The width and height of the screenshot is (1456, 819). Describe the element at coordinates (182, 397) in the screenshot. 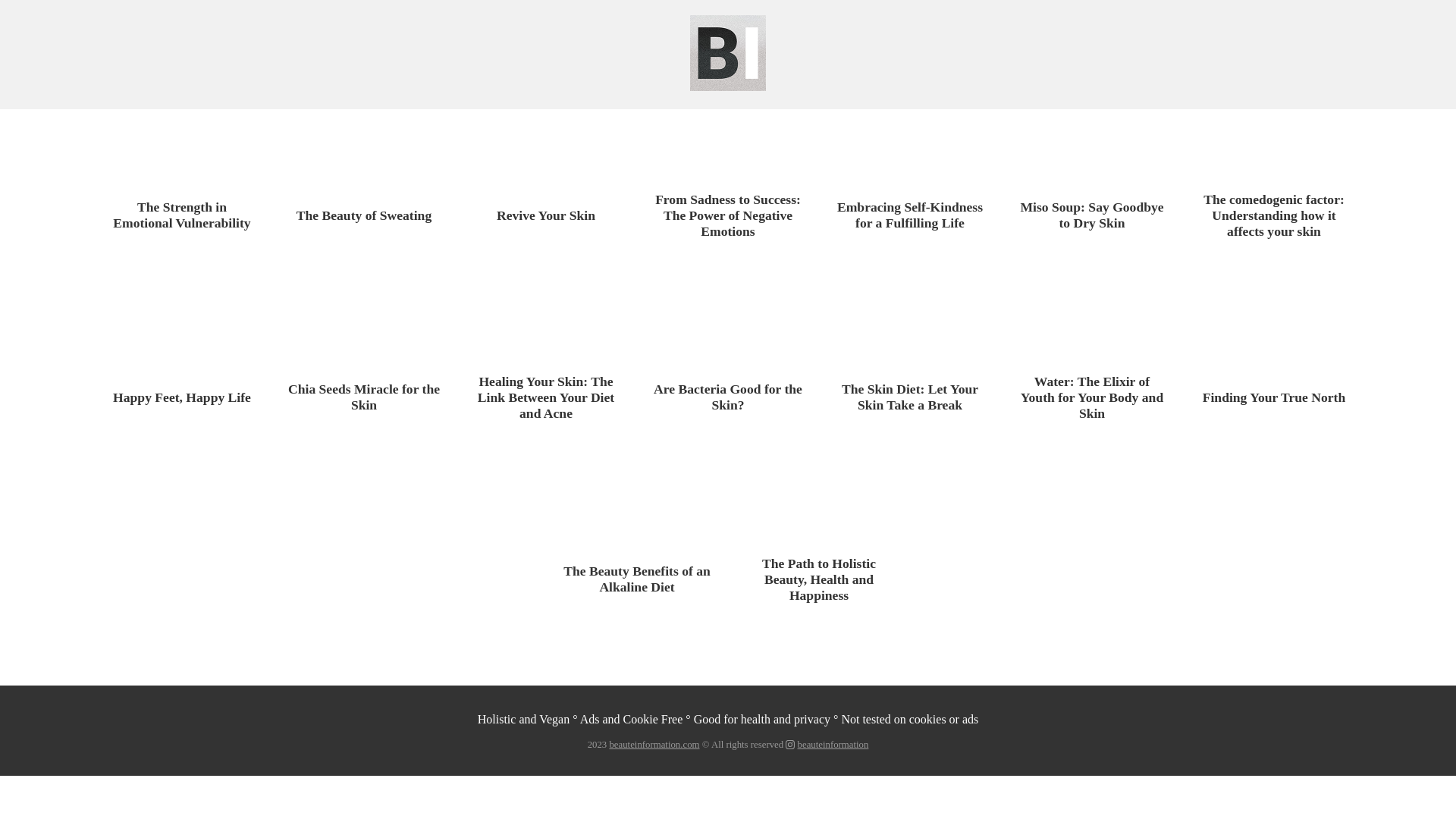

I see `'Happy Feet, Happy Life'` at that location.